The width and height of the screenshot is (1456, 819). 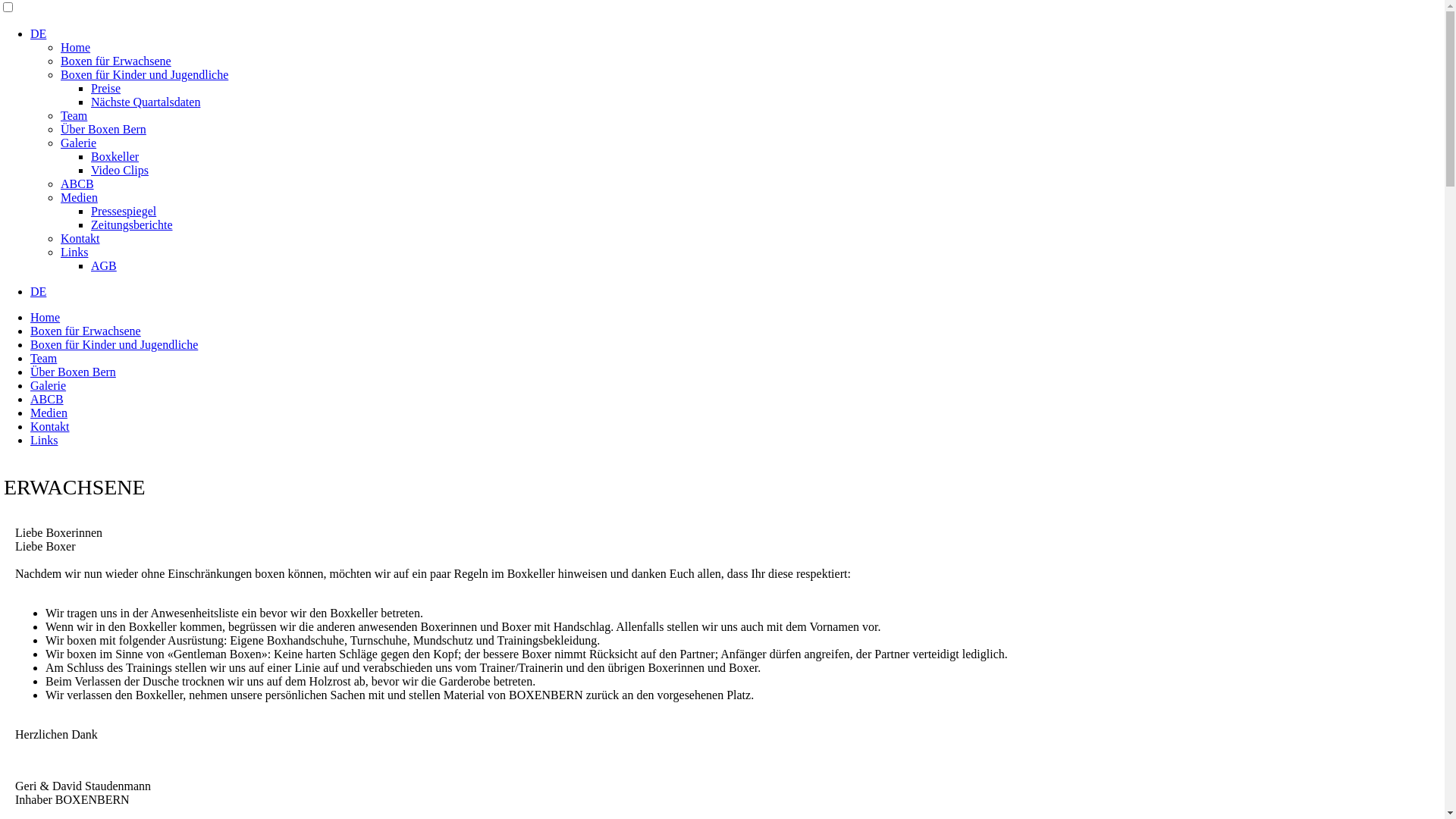 What do you see at coordinates (103, 265) in the screenshot?
I see `'AGB'` at bounding box center [103, 265].